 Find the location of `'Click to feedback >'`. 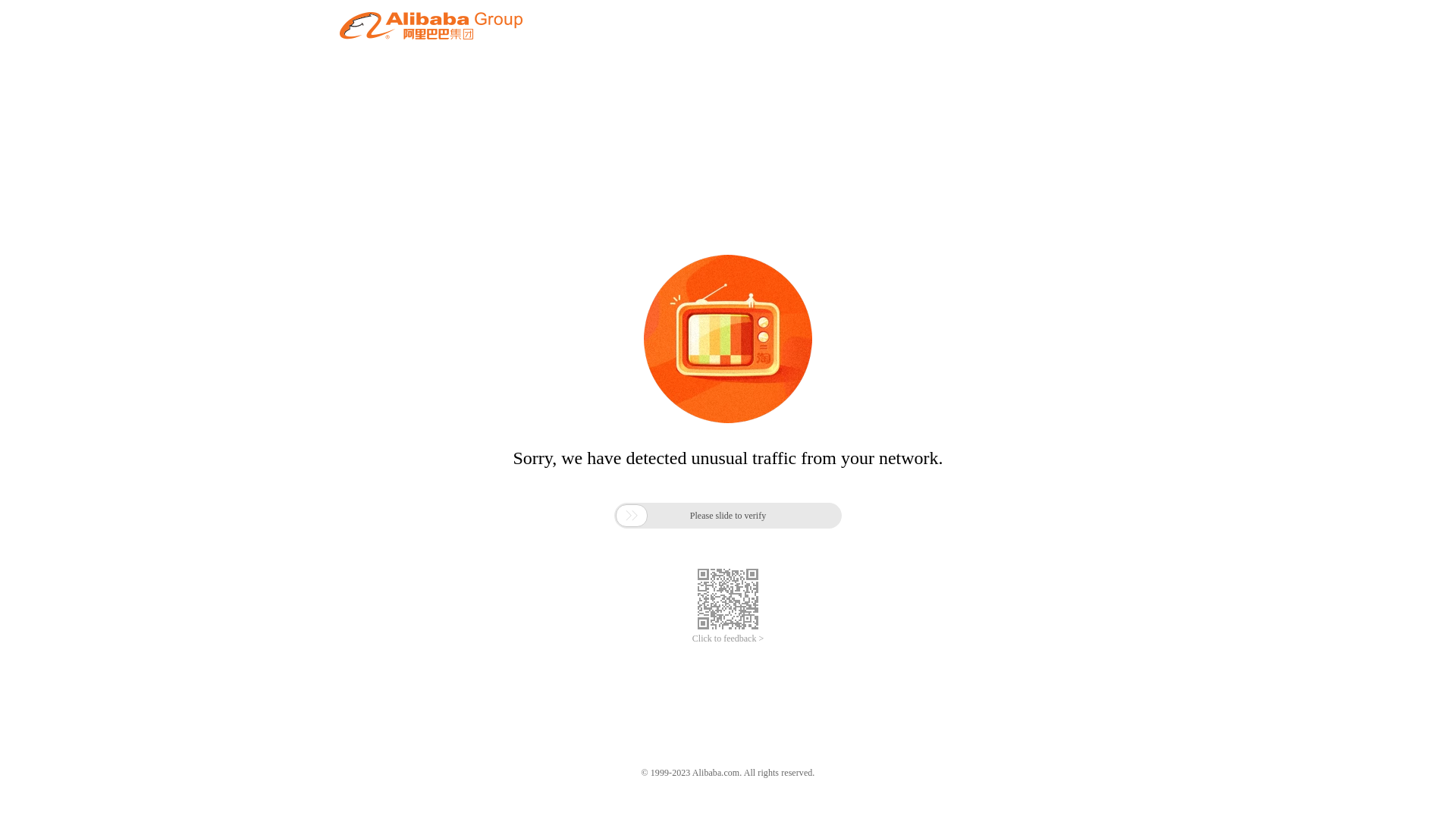

'Click to feedback >' is located at coordinates (728, 639).